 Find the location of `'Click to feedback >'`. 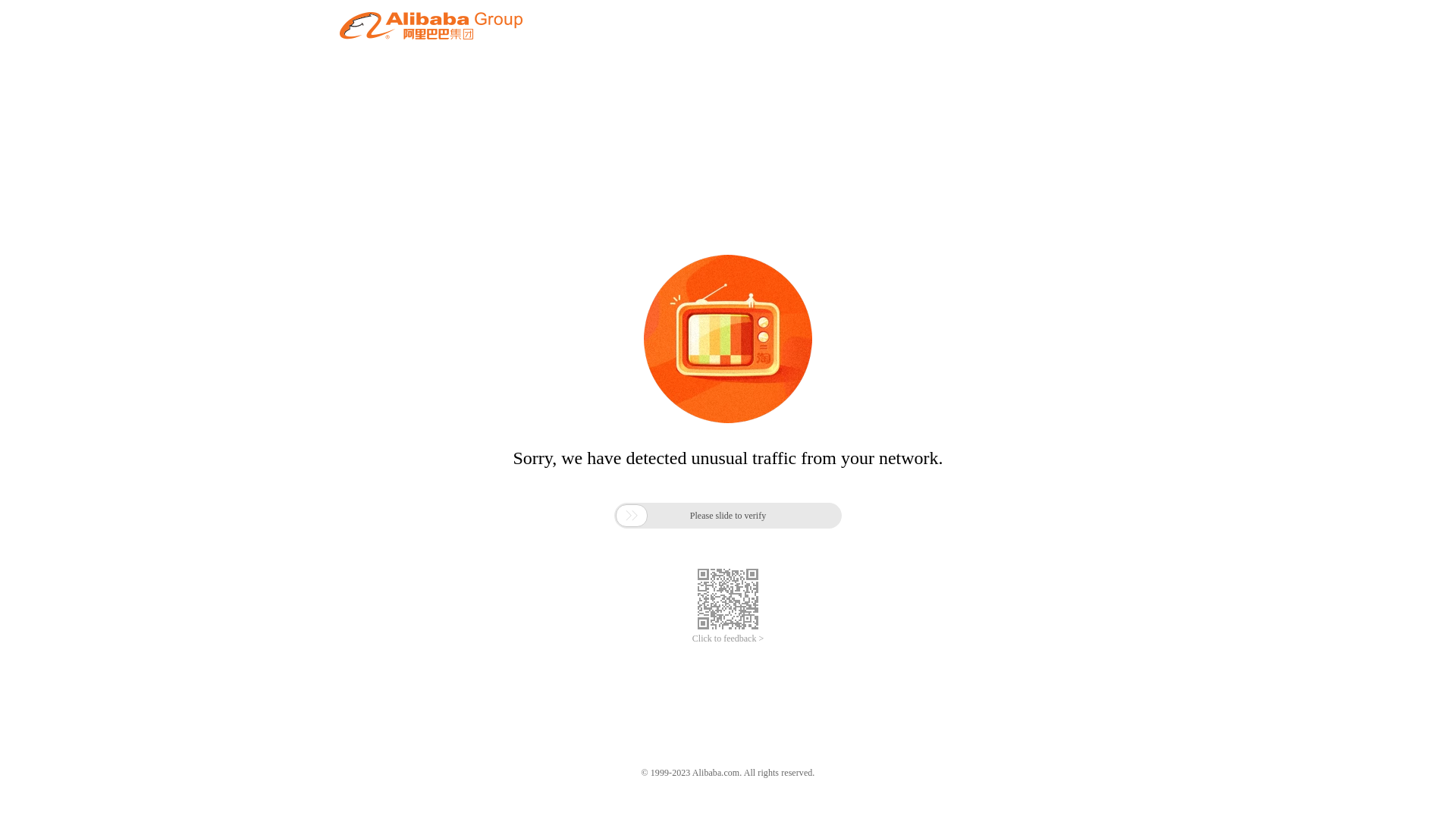

'Click to feedback >' is located at coordinates (728, 639).